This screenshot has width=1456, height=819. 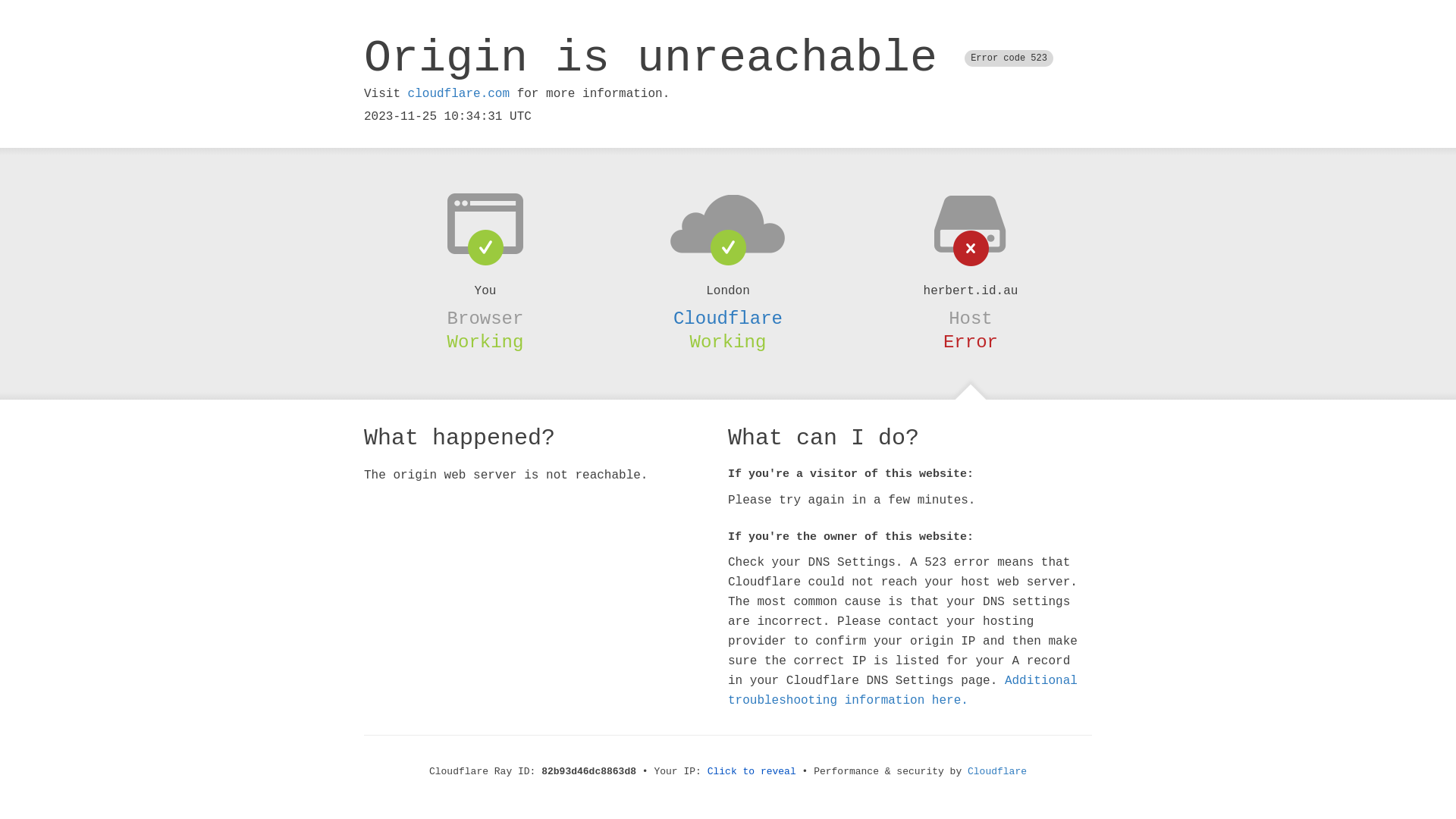 What do you see at coordinates (752, 771) in the screenshot?
I see `'Click to reveal'` at bounding box center [752, 771].